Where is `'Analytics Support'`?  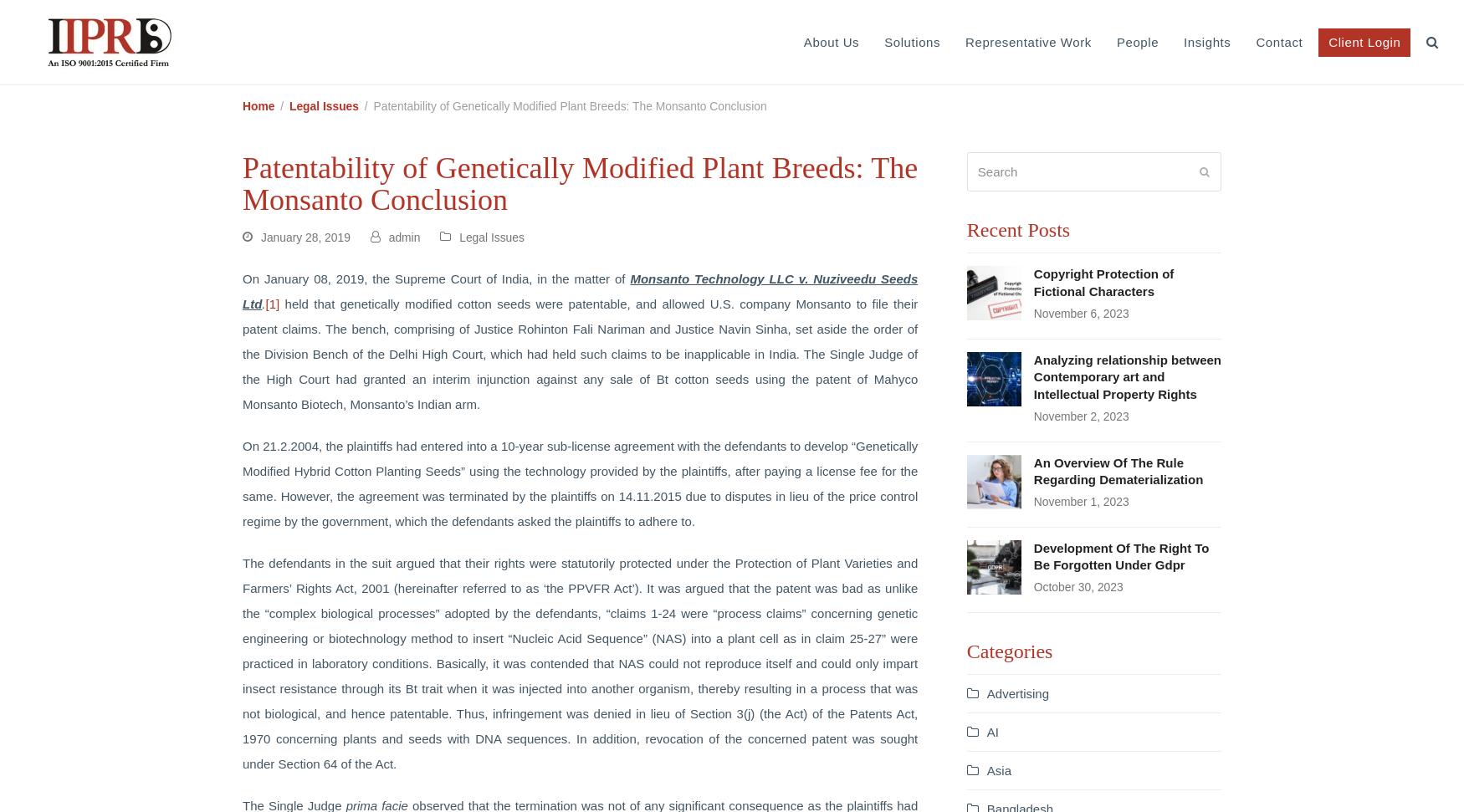 'Analytics Support' is located at coordinates (1294, 119).